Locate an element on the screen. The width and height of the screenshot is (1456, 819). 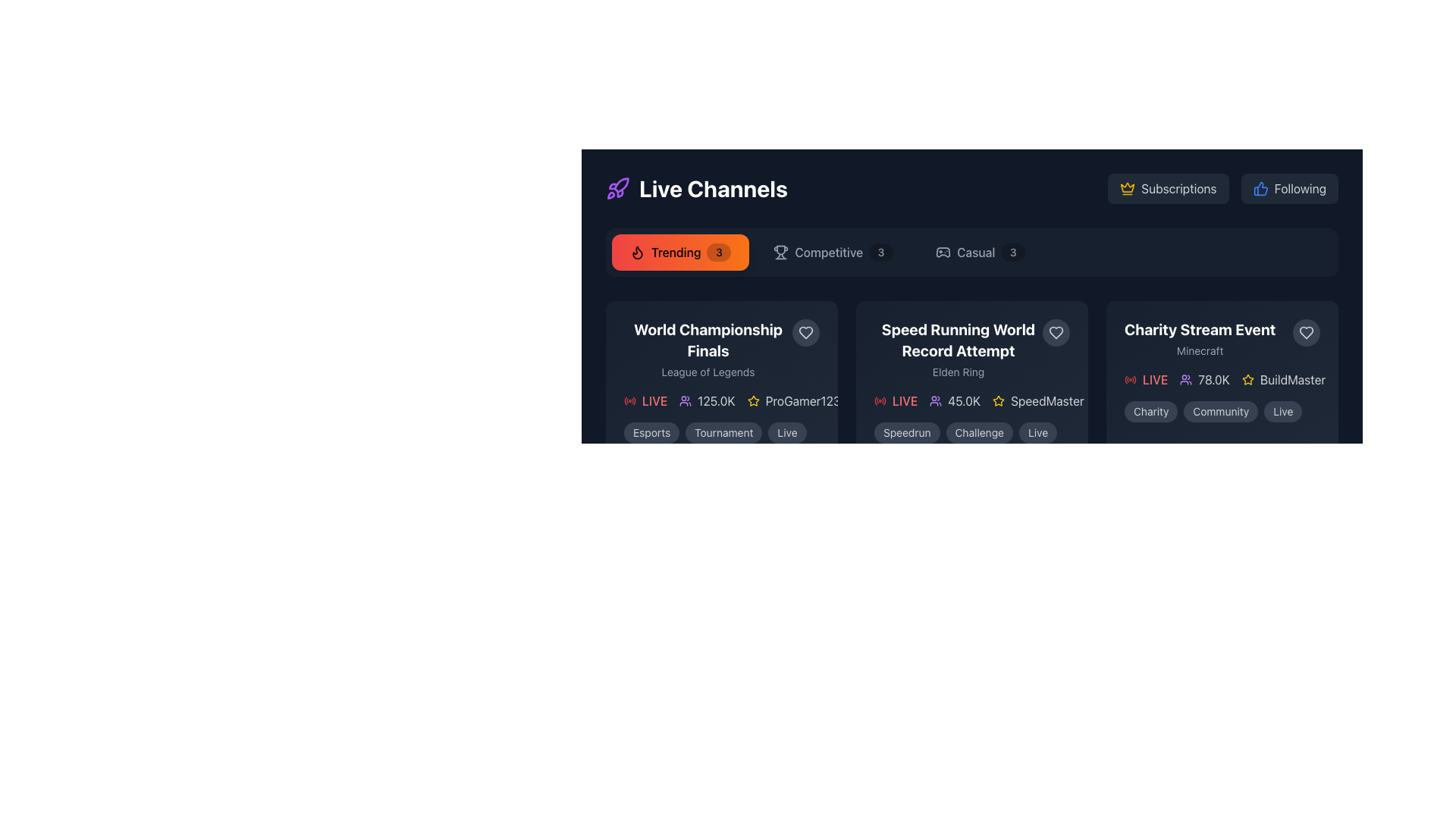
the 'Following' button located on the right side of the navigation bar, adjacent to the 'Subscriptions' button is located at coordinates (1288, 188).